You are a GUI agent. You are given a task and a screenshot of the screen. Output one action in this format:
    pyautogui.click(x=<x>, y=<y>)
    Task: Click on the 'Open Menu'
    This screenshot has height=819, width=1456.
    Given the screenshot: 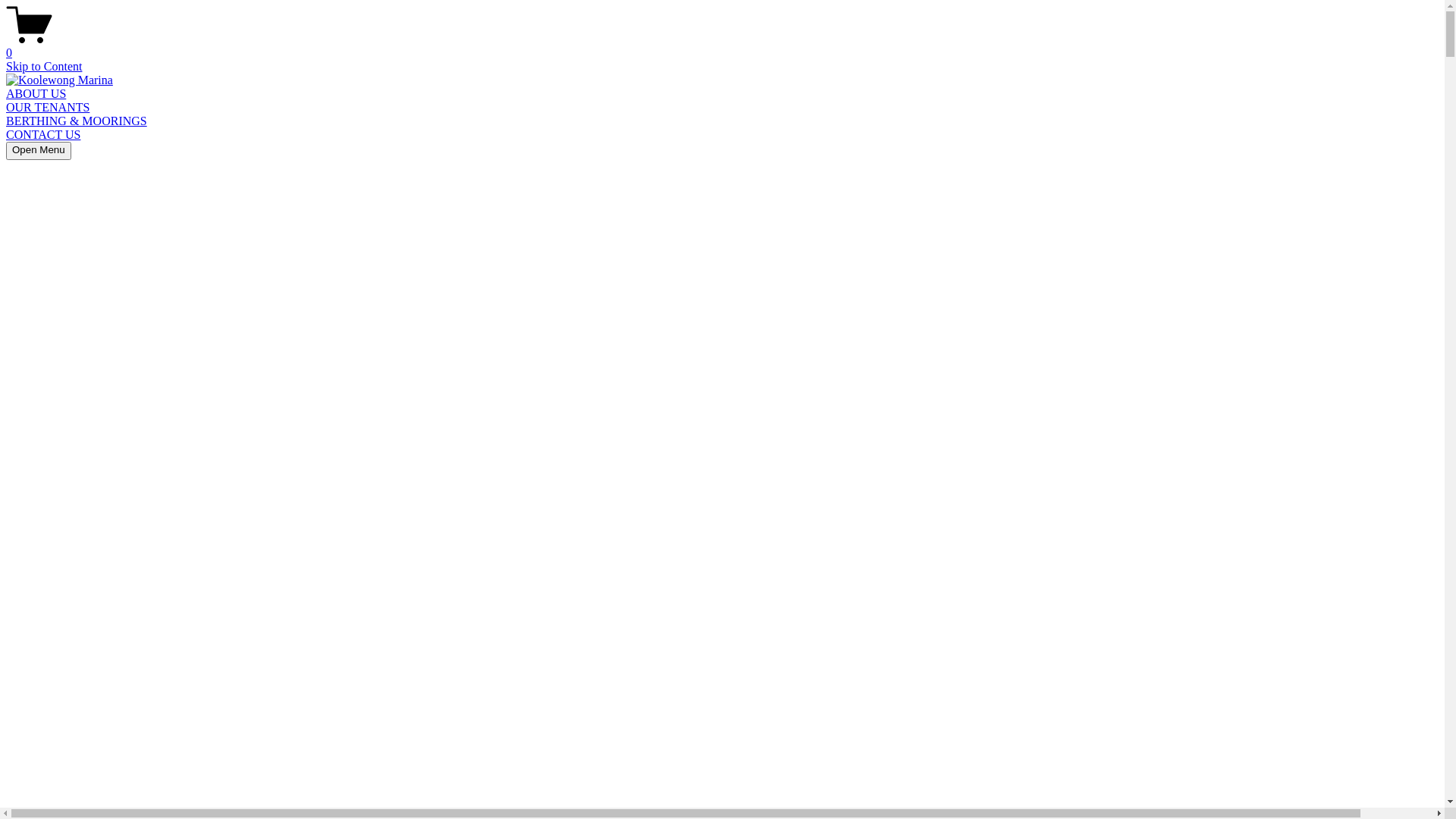 What is the action you would take?
    pyautogui.click(x=6, y=151)
    